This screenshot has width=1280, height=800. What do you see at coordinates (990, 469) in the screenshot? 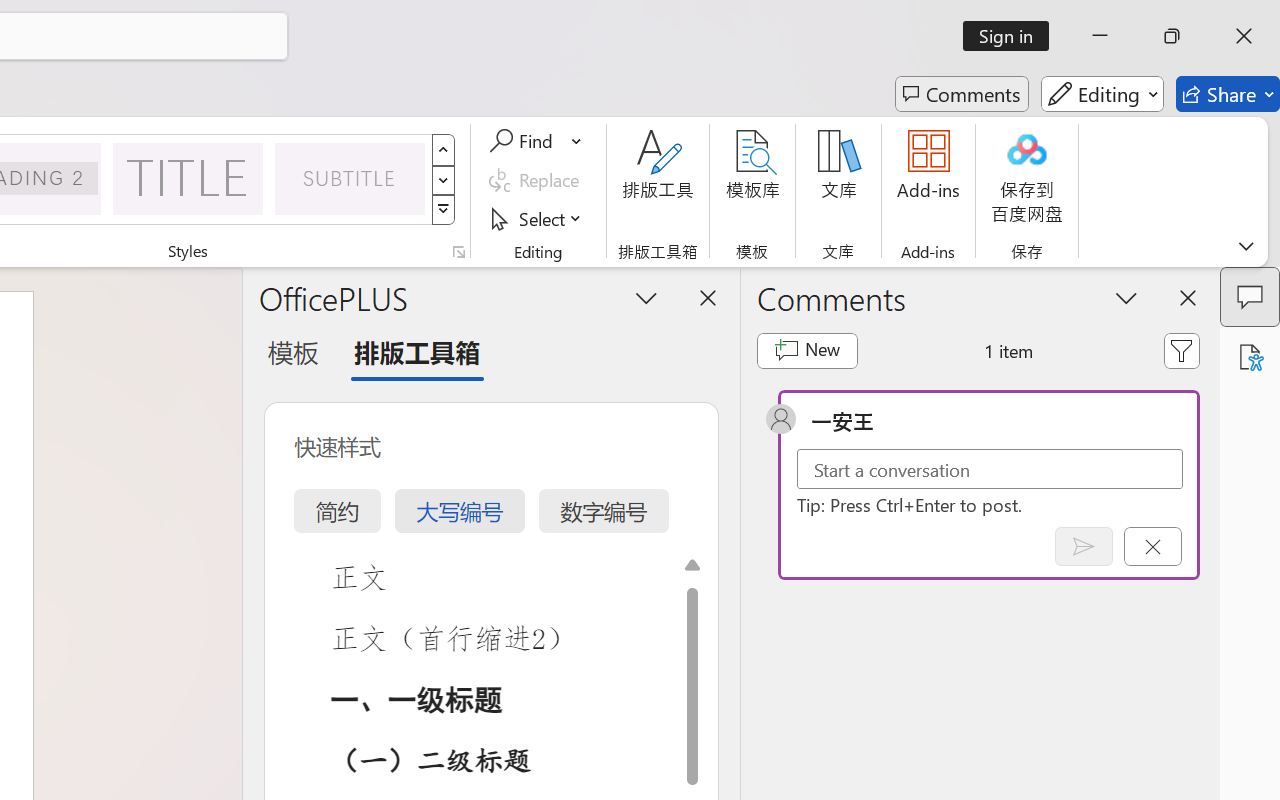
I see `'Start a conversation'` at bounding box center [990, 469].